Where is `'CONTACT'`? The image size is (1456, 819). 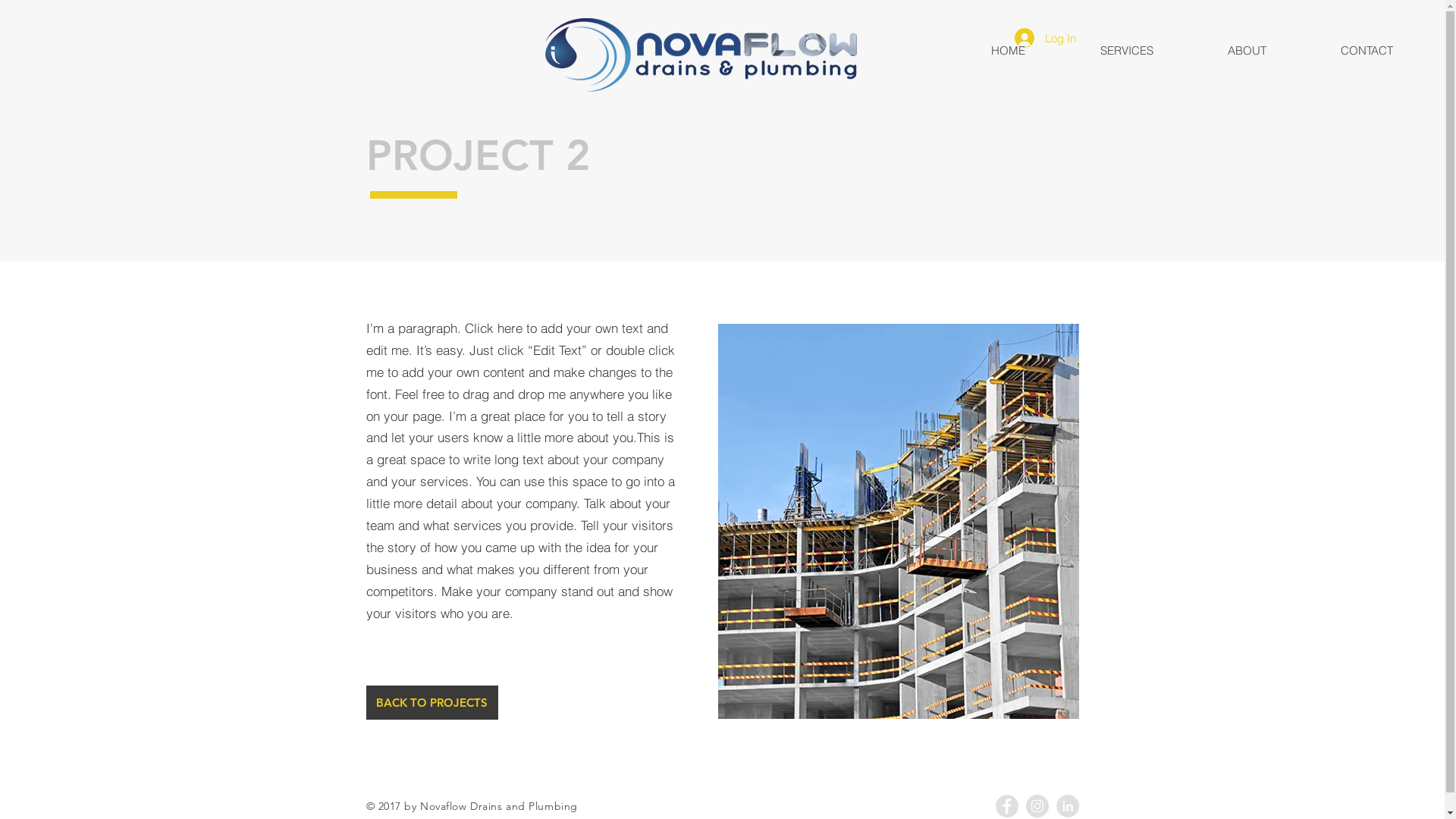 'CONTACT' is located at coordinates (1302, 49).